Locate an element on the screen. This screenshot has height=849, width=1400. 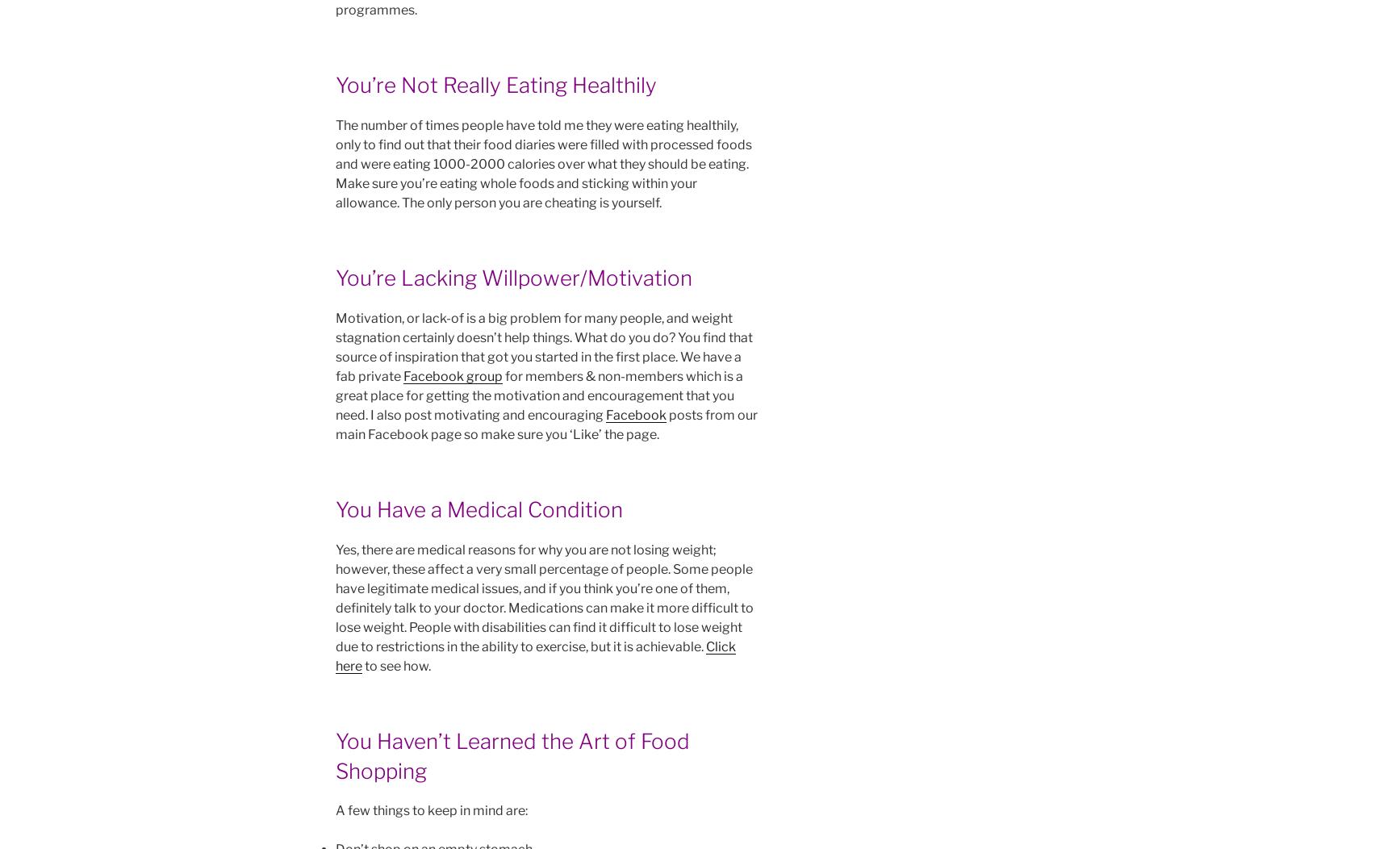
'Click here' is located at coordinates (335, 656).